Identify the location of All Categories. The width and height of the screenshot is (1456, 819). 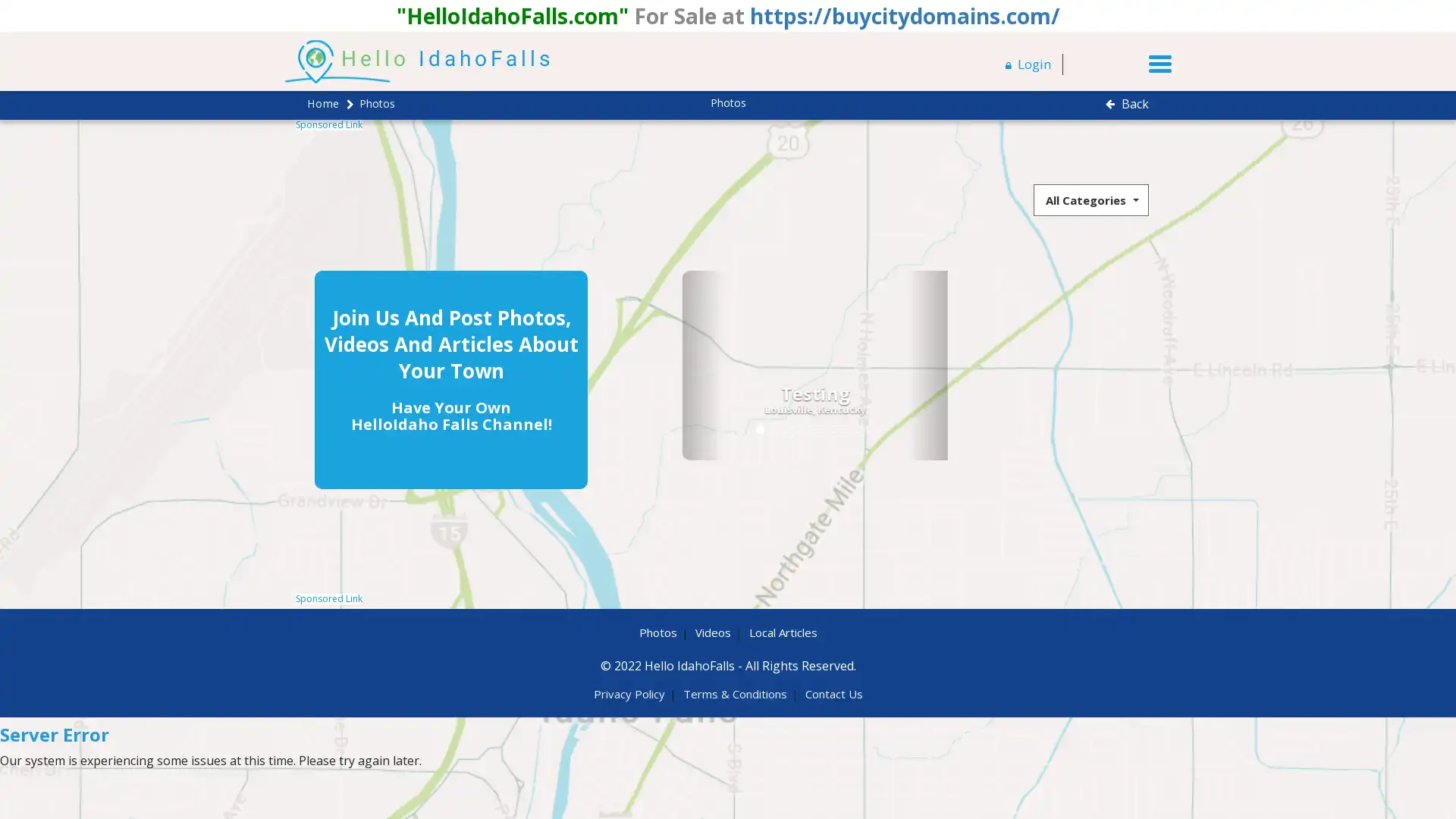
(1090, 198).